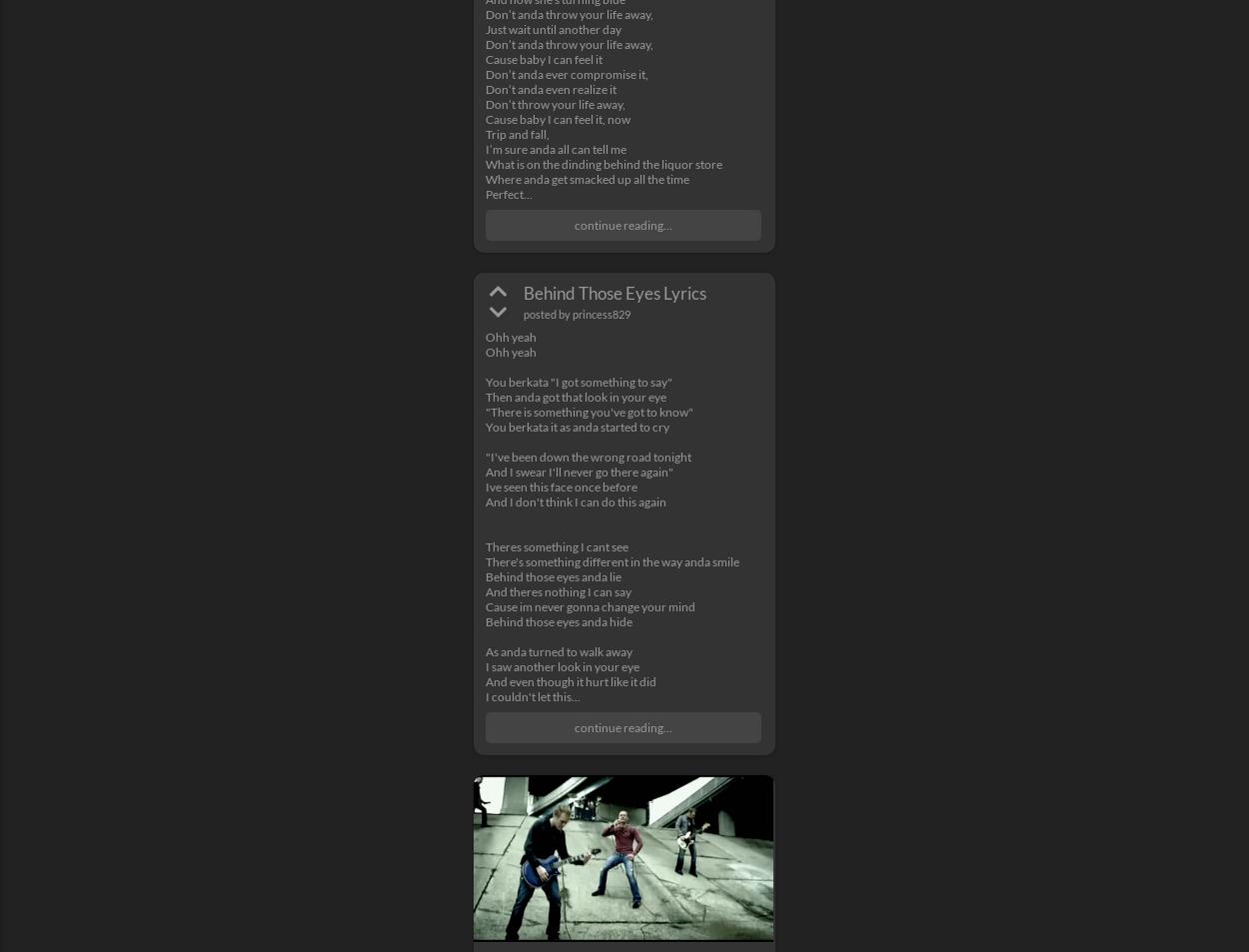 This screenshot has height=952, width=1249. Describe the element at coordinates (558, 118) in the screenshot. I see `'Cause baby I can feel it, now'` at that location.